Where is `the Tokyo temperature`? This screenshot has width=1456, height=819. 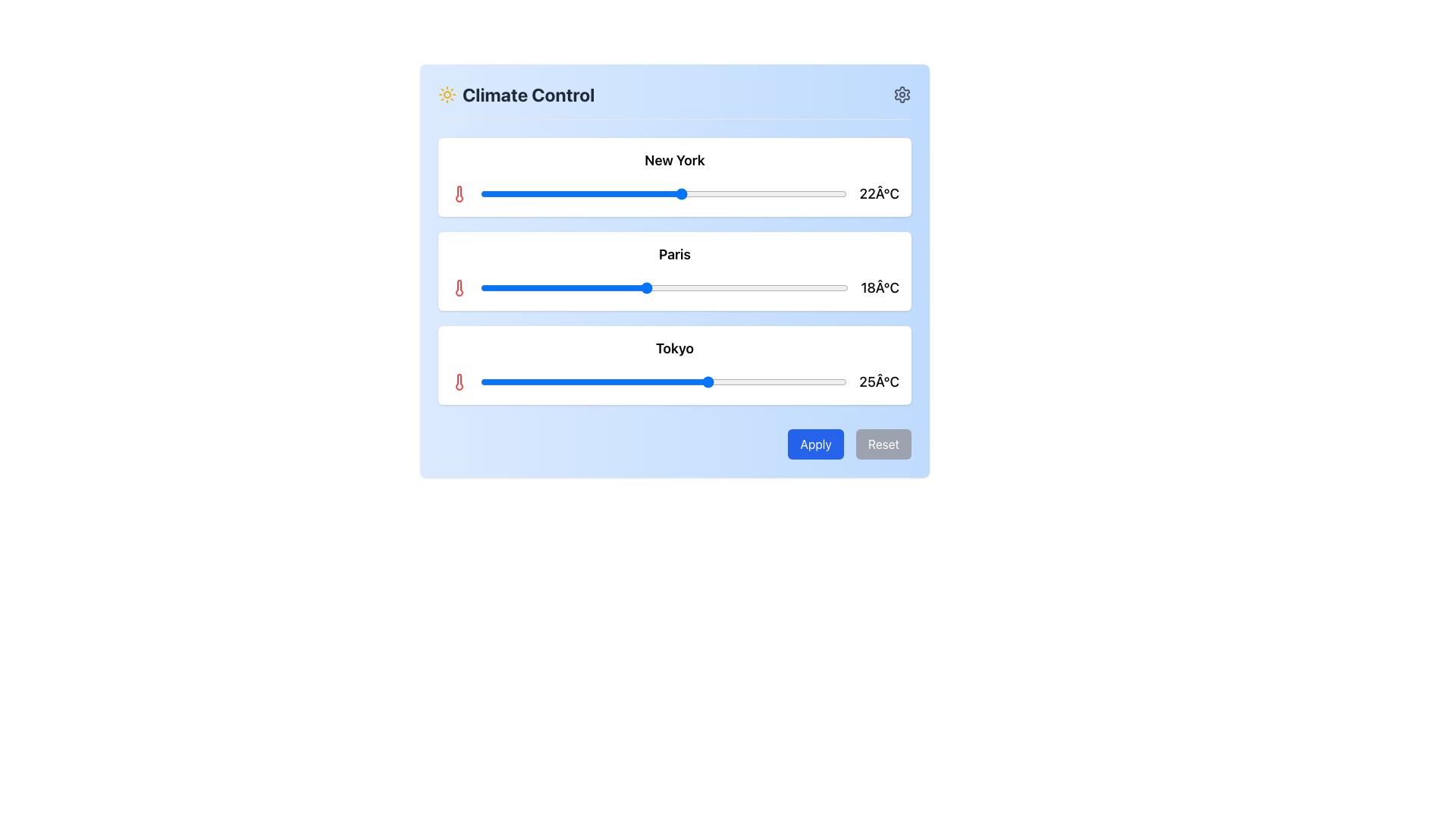
the Tokyo temperature is located at coordinates (837, 381).